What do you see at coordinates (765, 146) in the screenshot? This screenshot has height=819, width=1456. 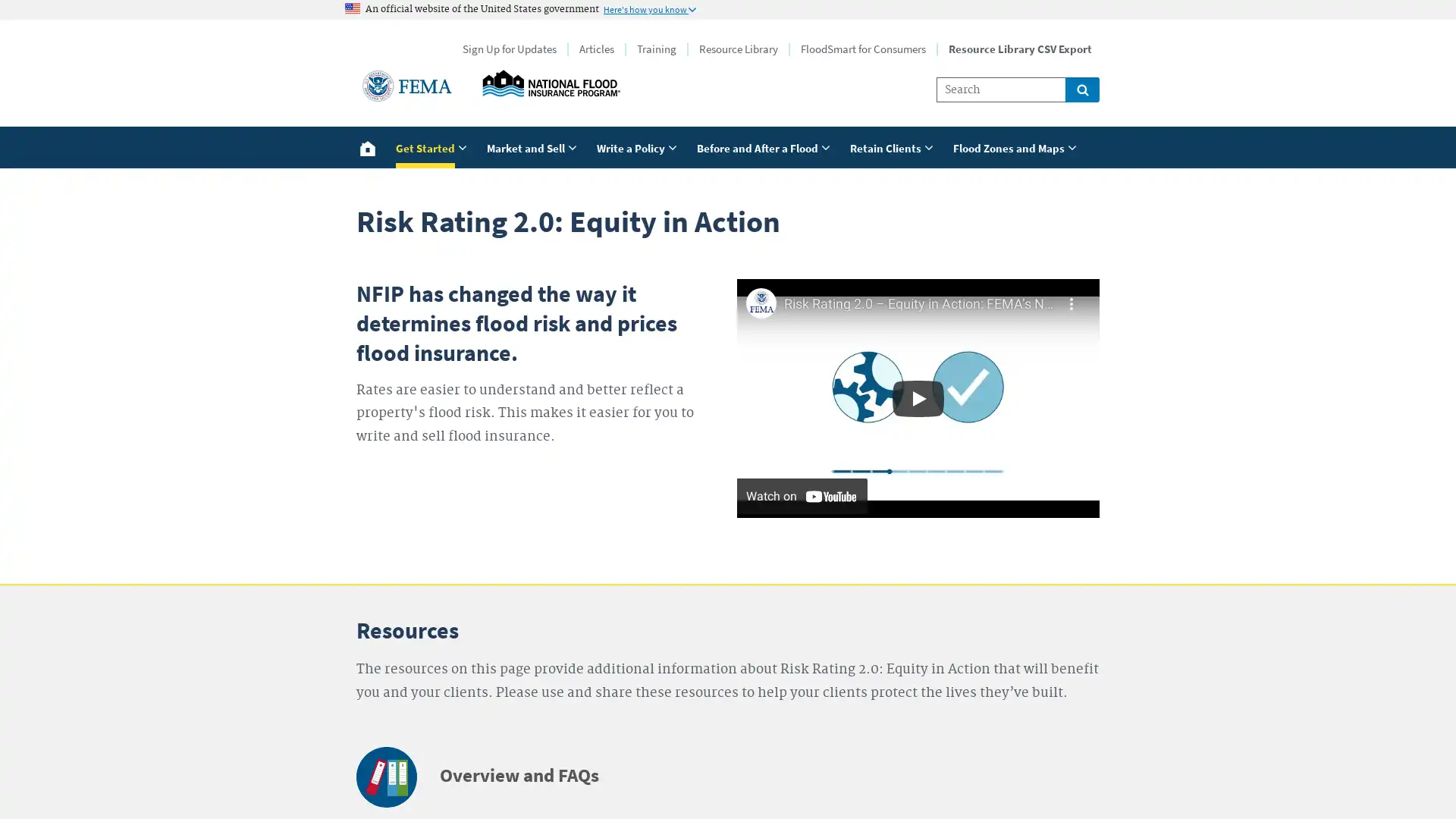 I see `Use <enter> and shift + <enter> to open and close the drop down to sub-menus` at bounding box center [765, 146].